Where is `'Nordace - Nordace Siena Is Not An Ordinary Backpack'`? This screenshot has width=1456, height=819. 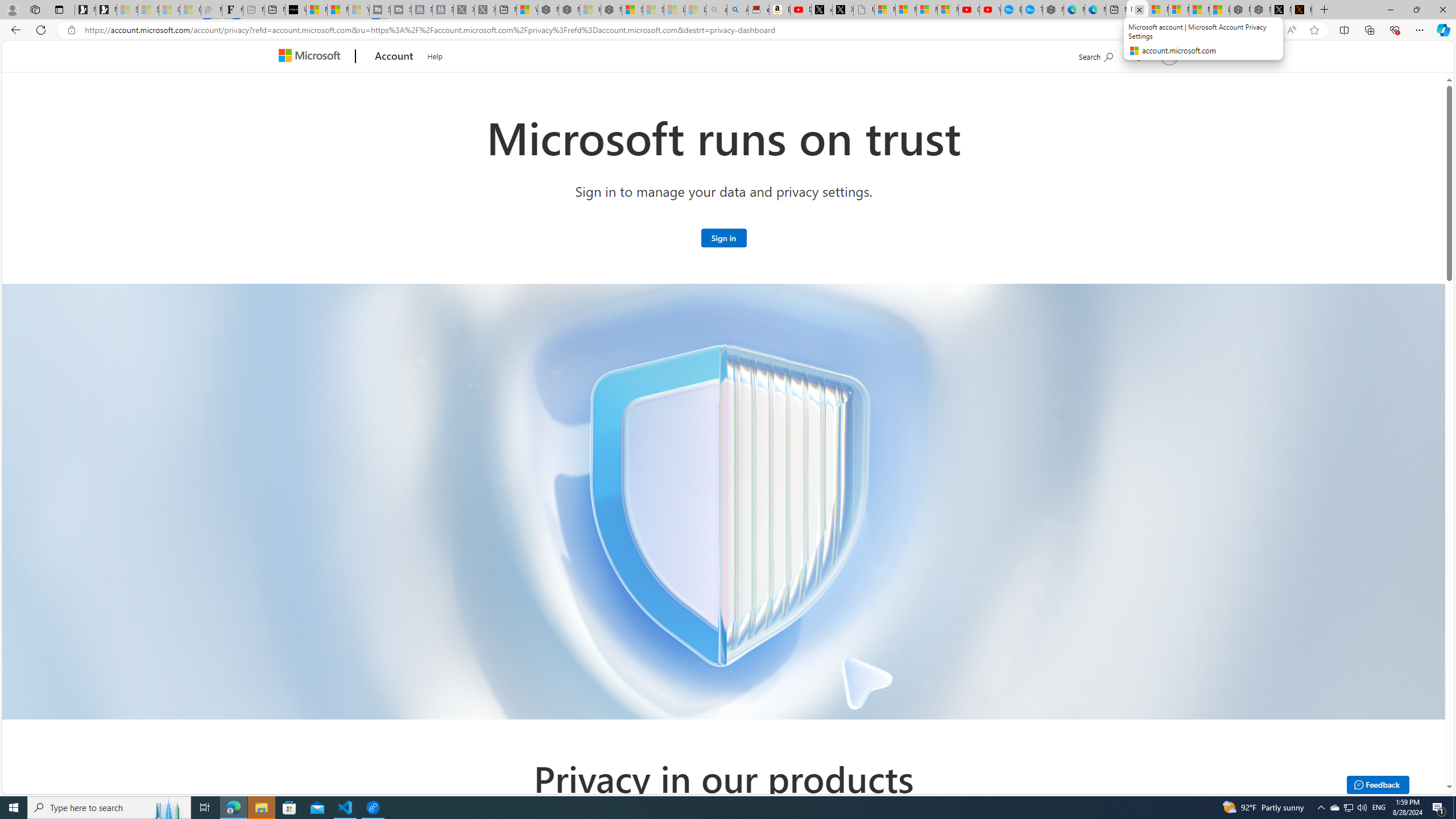
'Nordace - Nordace Siena Is Not An Ordinary Backpack' is located at coordinates (610, 9).